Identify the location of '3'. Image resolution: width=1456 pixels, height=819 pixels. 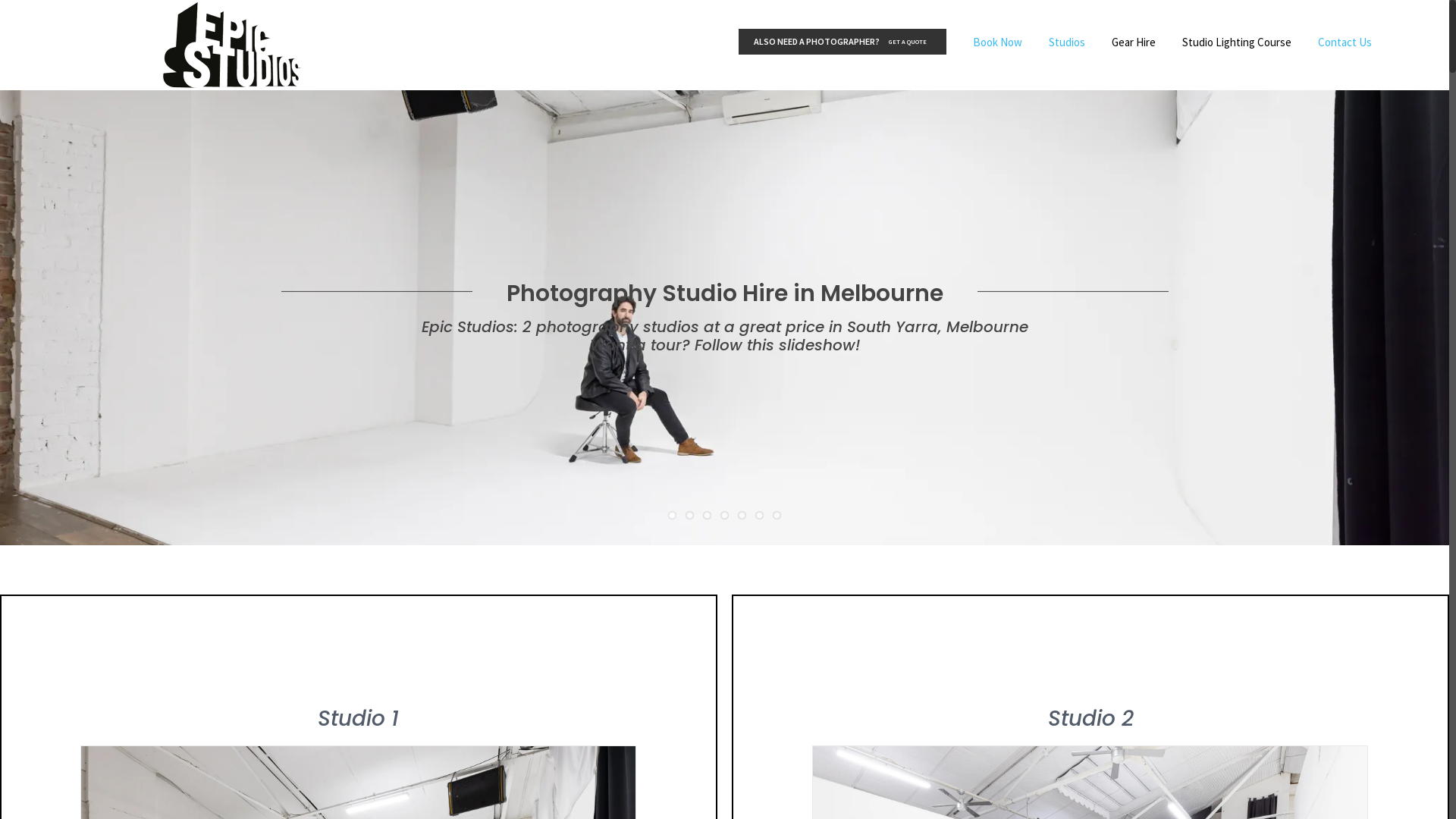
(706, 514).